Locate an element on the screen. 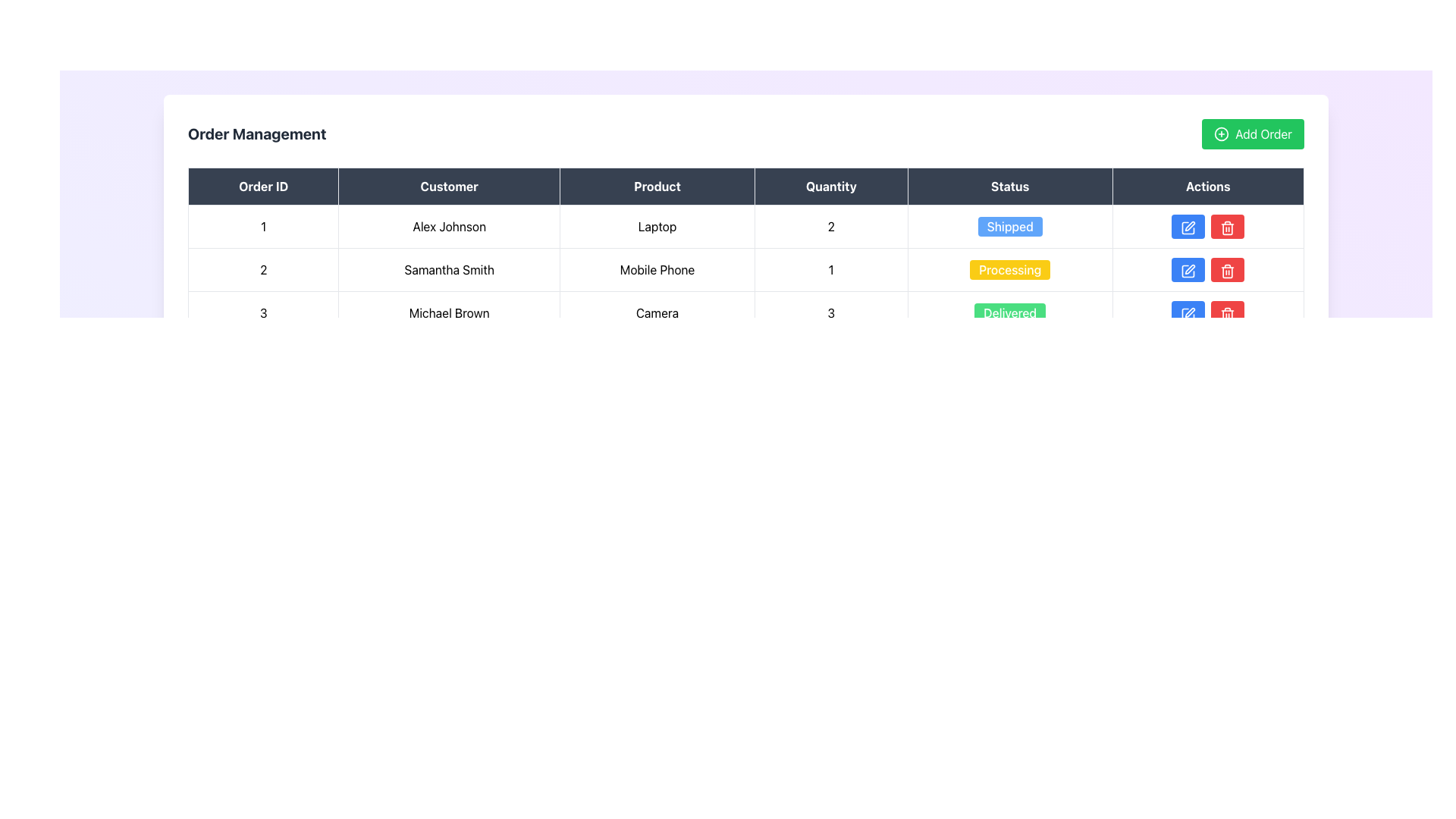  the status label indicating 'Delivered' for Order ID 3, Customer Michael Brown, which is a green rounded rectangle with white text is located at coordinates (1010, 312).